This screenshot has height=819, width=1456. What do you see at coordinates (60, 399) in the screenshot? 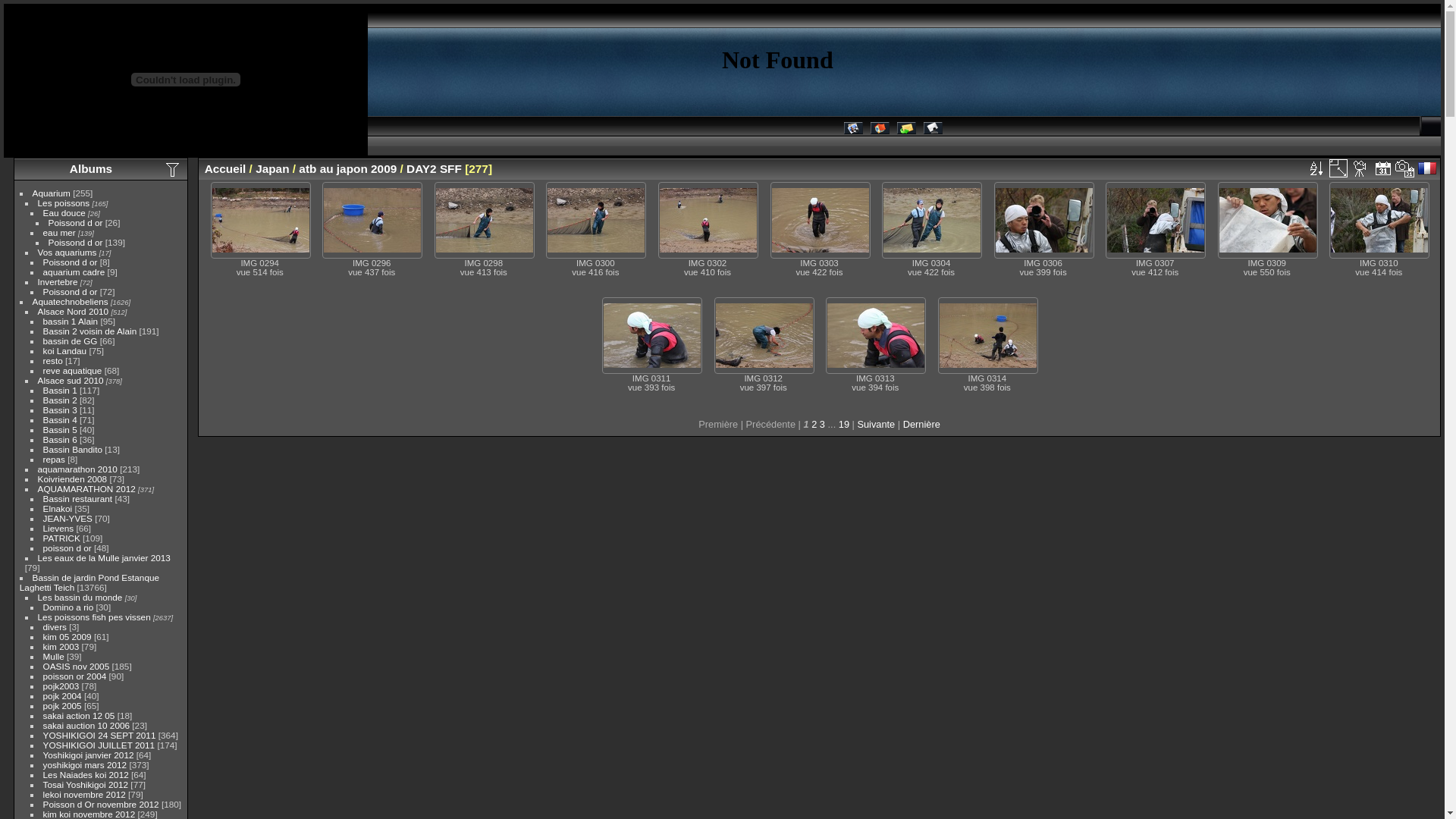
I see `'Bassin 2'` at bounding box center [60, 399].